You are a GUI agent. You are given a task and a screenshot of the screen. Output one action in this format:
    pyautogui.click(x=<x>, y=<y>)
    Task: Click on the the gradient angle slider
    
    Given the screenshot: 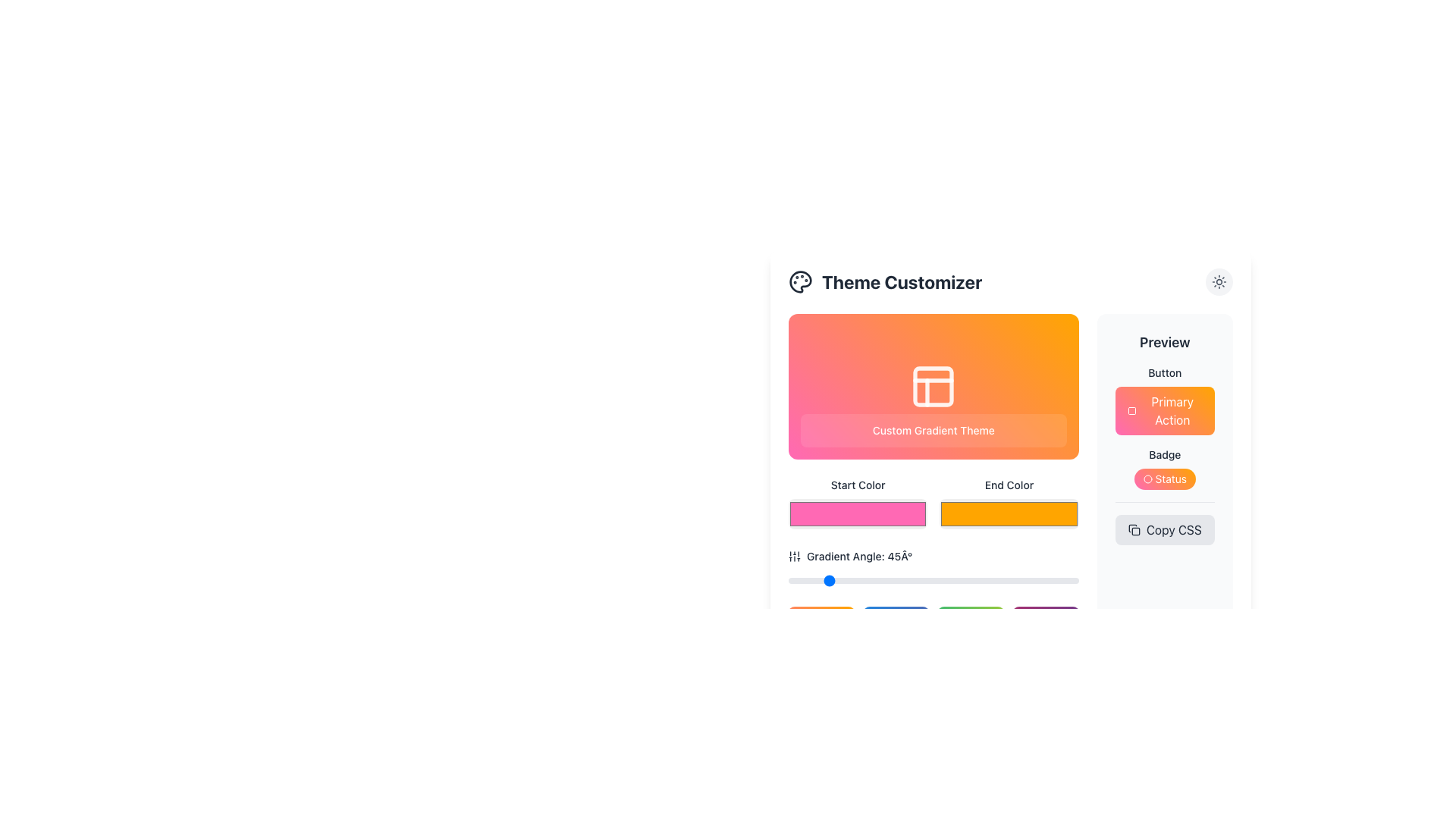 What is the action you would take?
    pyautogui.click(x=1037, y=580)
    